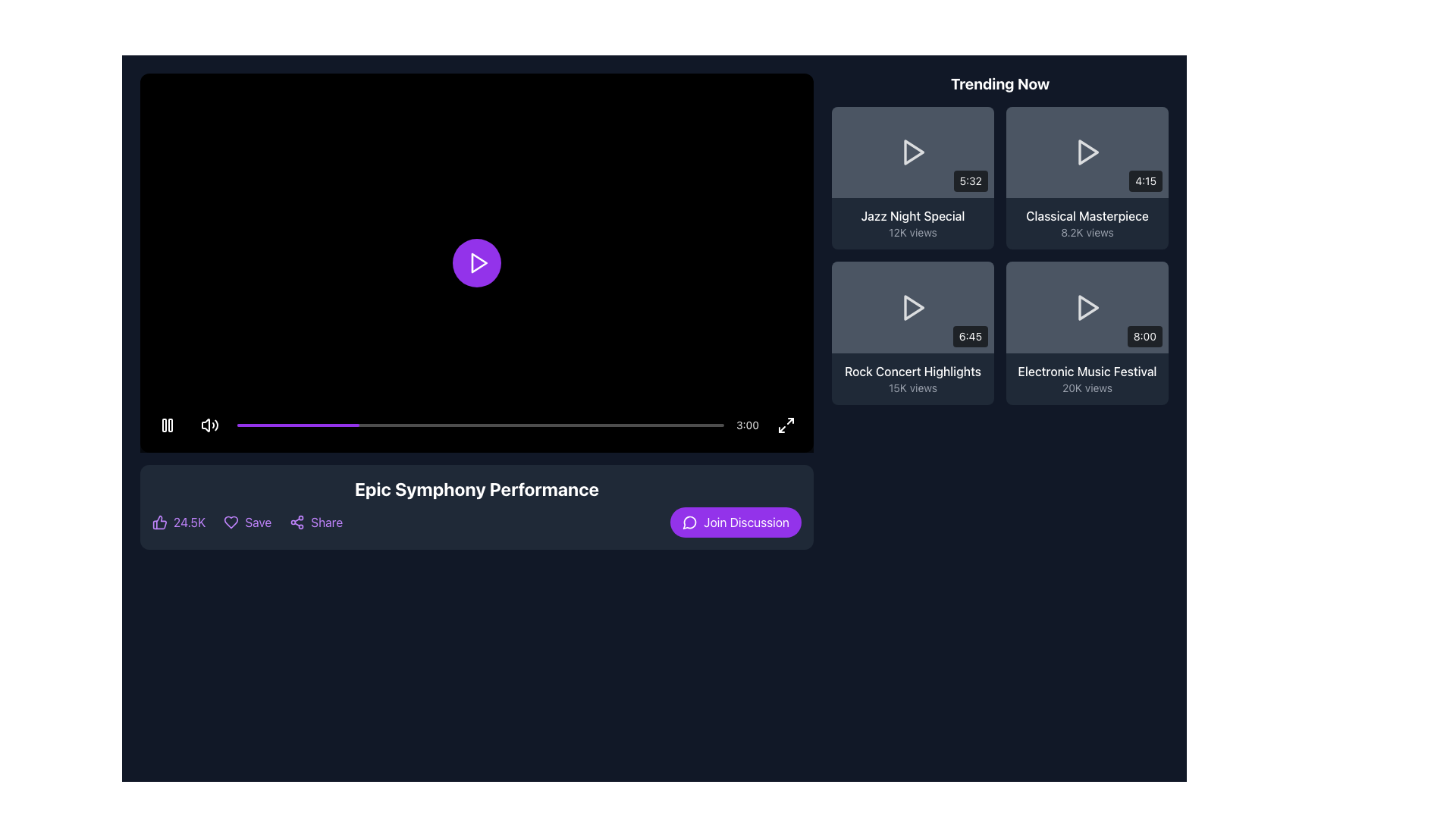  I want to click on the video preview button for 'Electronic Music Festival' located in the bottom-right of the 'Trending Now' grid to initiate a preview, so click(1087, 307).